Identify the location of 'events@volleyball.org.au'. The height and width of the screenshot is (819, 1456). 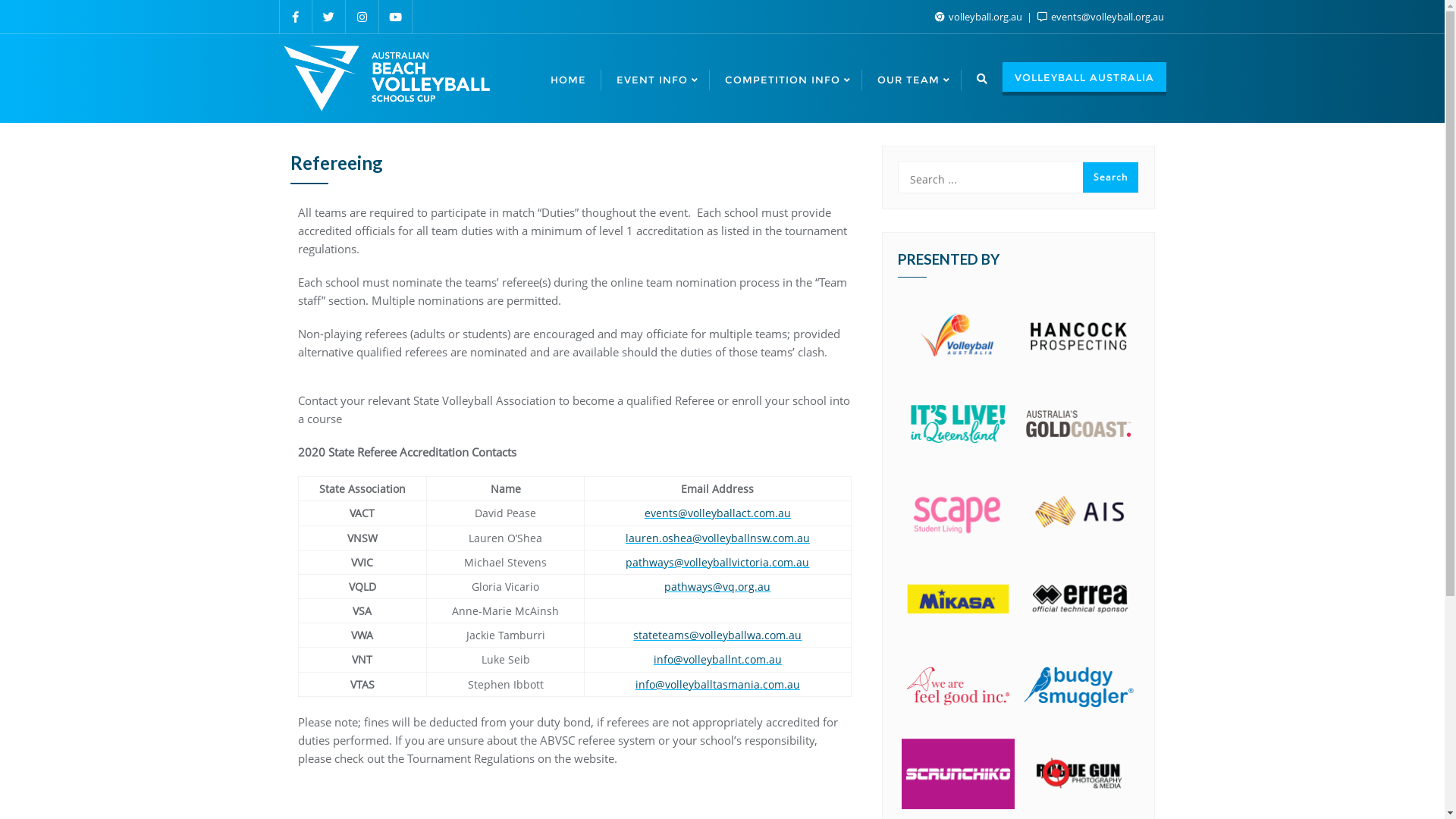
(1100, 17).